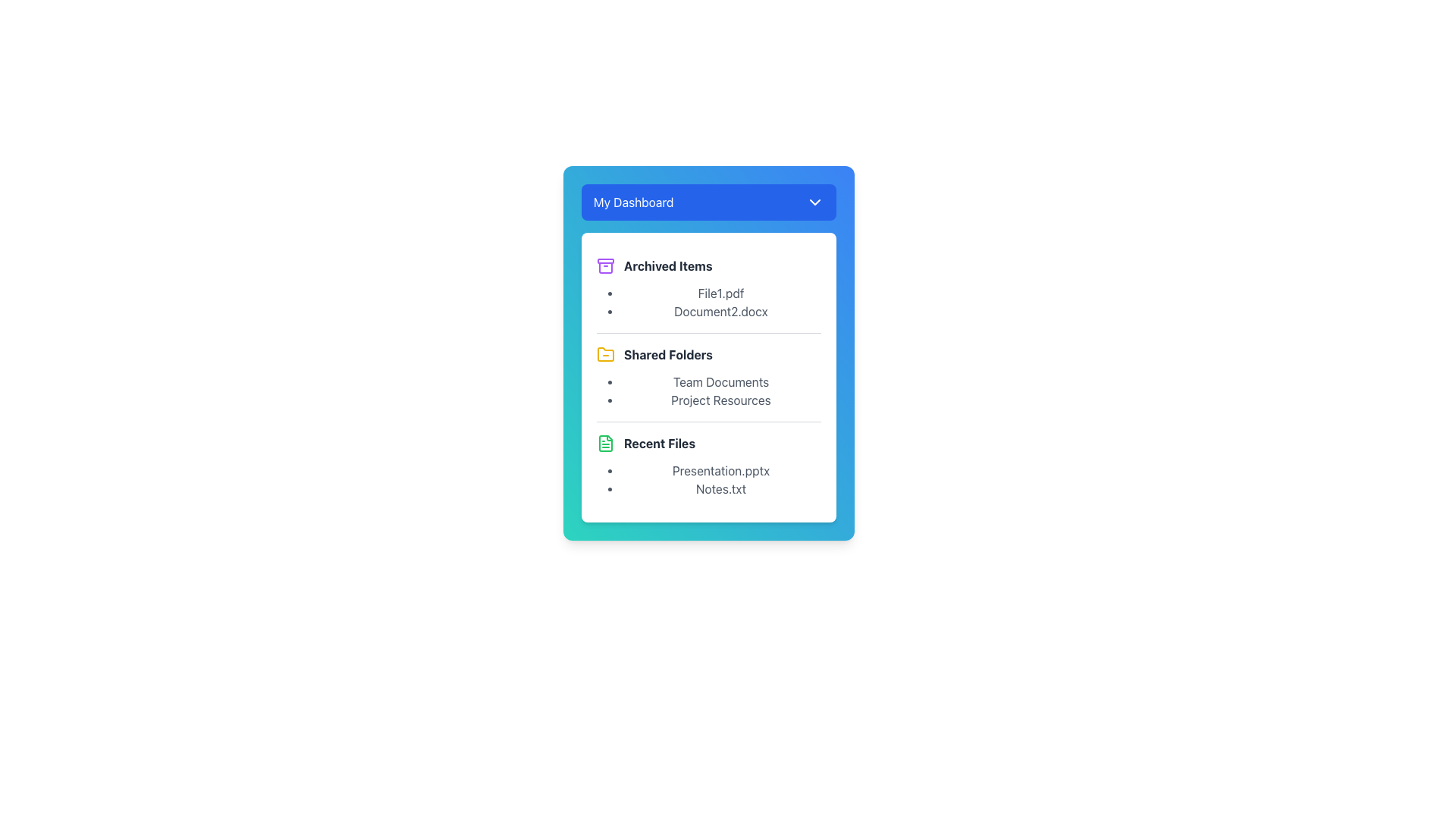  What do you see at coordinates (708, 265) in the screenshot?
I see `the 'Archived Items' label with a purple archive box icon, which is the first item in a vertical list and visually set apart within its section` at bounding box center [708, 265].